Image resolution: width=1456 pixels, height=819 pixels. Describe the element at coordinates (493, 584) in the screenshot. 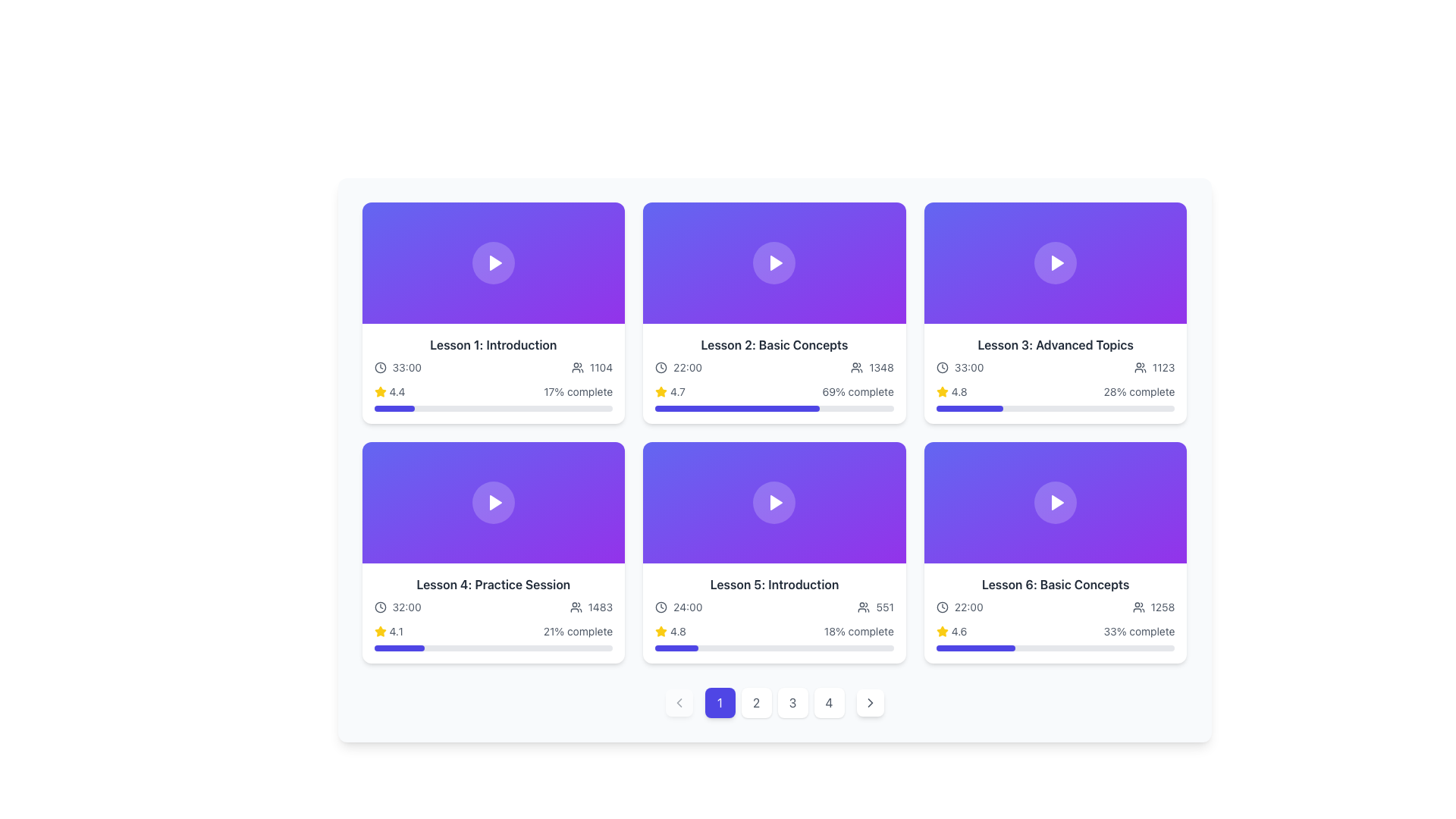

I see `the text label that serves as the descriptive title for the lesson card located in the fourth card of the second row in the grid layout` at that location.